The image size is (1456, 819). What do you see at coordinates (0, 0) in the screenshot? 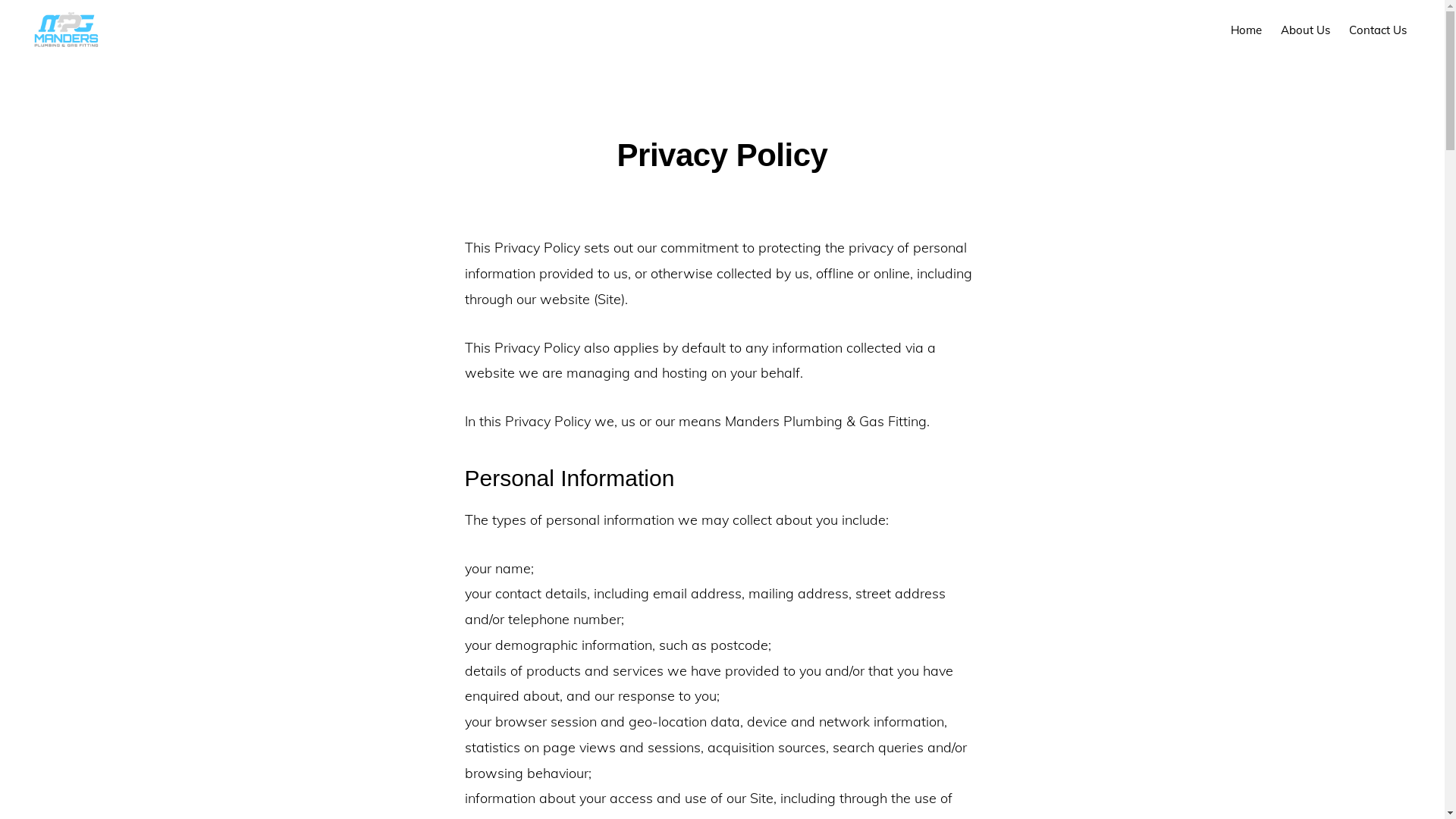
I see `'Skip to primary navigation'` at bounding box center [0, 0].